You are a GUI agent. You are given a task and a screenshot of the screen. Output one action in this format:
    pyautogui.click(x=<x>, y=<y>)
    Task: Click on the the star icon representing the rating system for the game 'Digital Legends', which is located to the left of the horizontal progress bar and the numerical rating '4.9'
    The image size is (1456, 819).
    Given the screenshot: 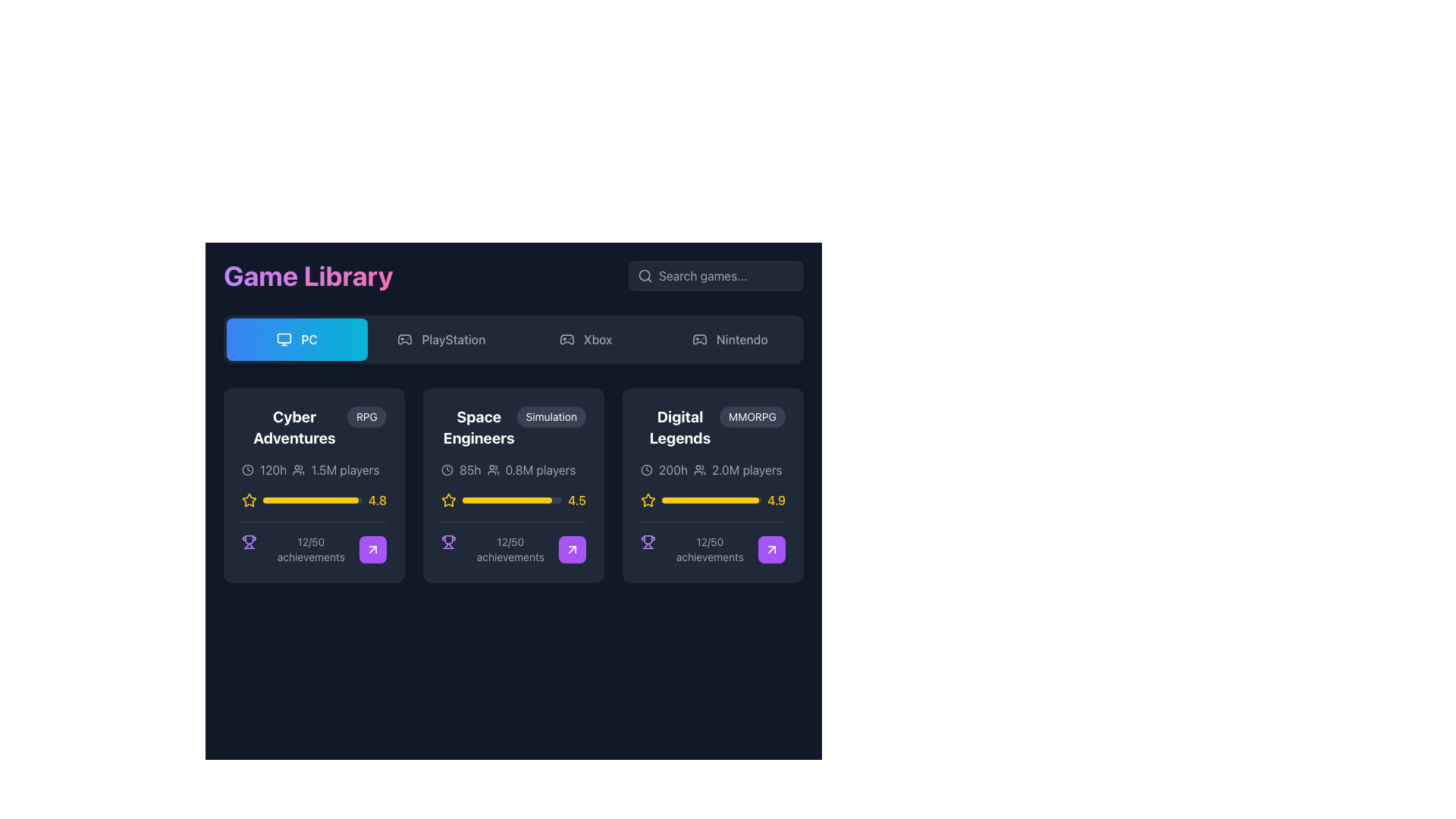 What is the action you would take?
    pyautogui.click(x=648, y=500)
    